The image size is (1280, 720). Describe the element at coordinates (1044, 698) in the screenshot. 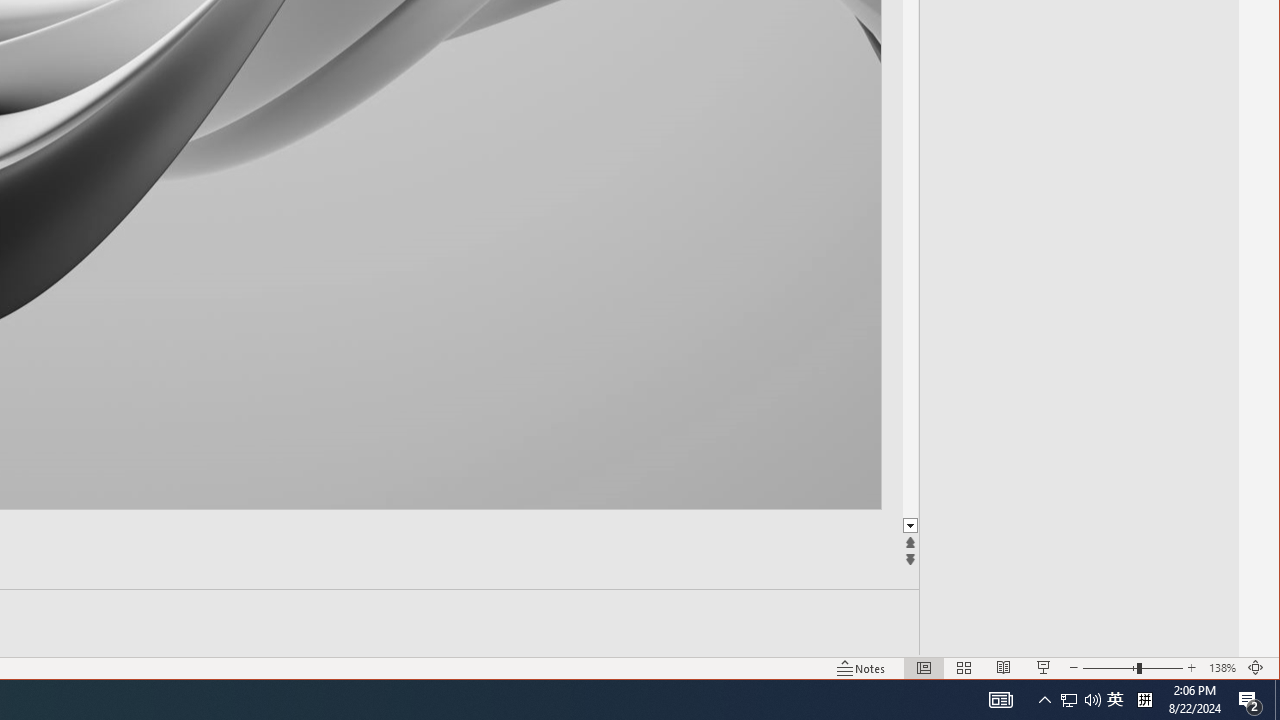

I see `'Notification Chevron'` at that location.